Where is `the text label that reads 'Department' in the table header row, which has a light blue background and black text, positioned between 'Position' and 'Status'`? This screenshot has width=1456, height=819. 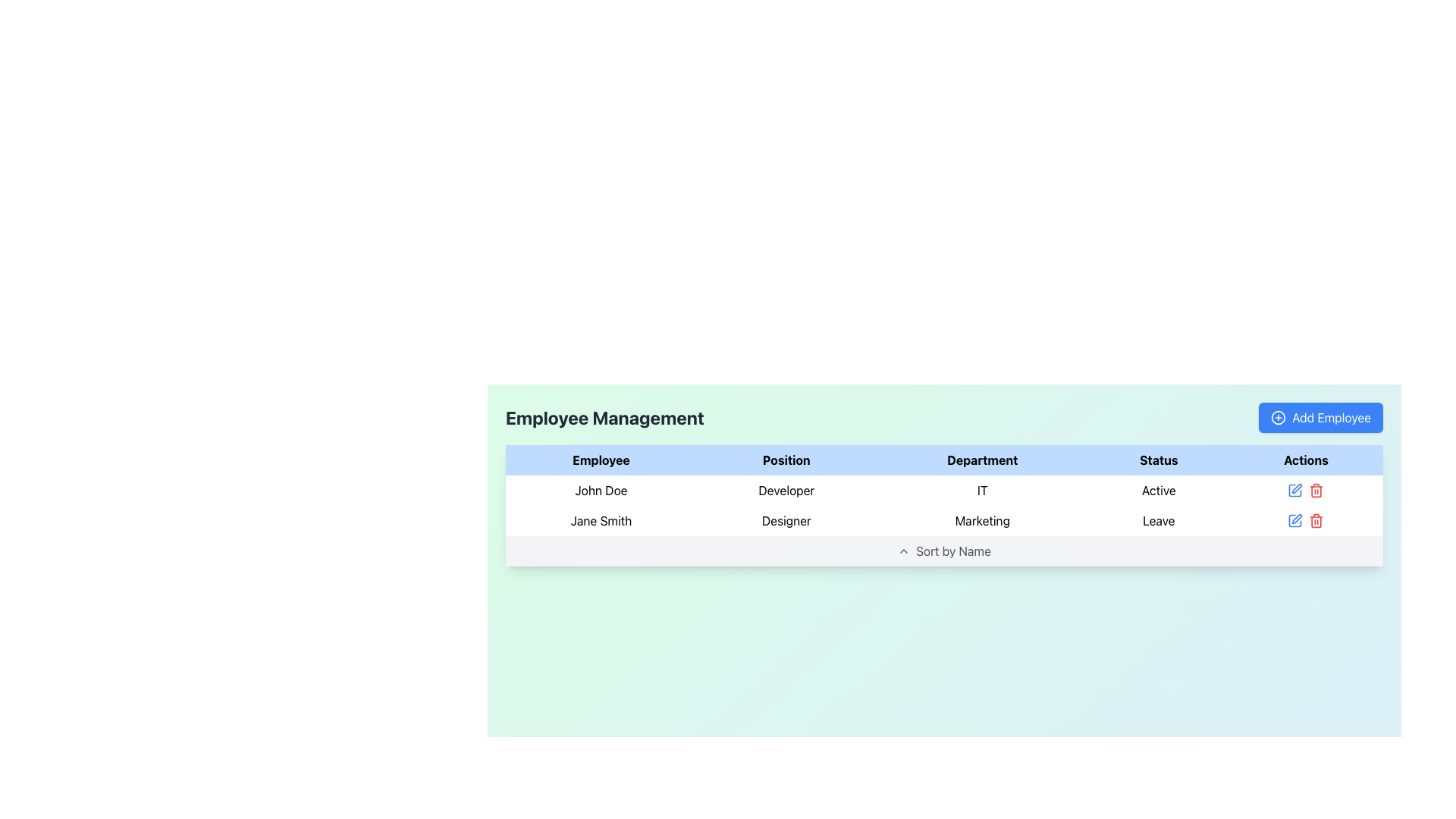 the text label that reads 'Department' in the table header row, which has a light blue background and black text, positioned between 'Position' and 'Status' is located at coordinates (982, 459).